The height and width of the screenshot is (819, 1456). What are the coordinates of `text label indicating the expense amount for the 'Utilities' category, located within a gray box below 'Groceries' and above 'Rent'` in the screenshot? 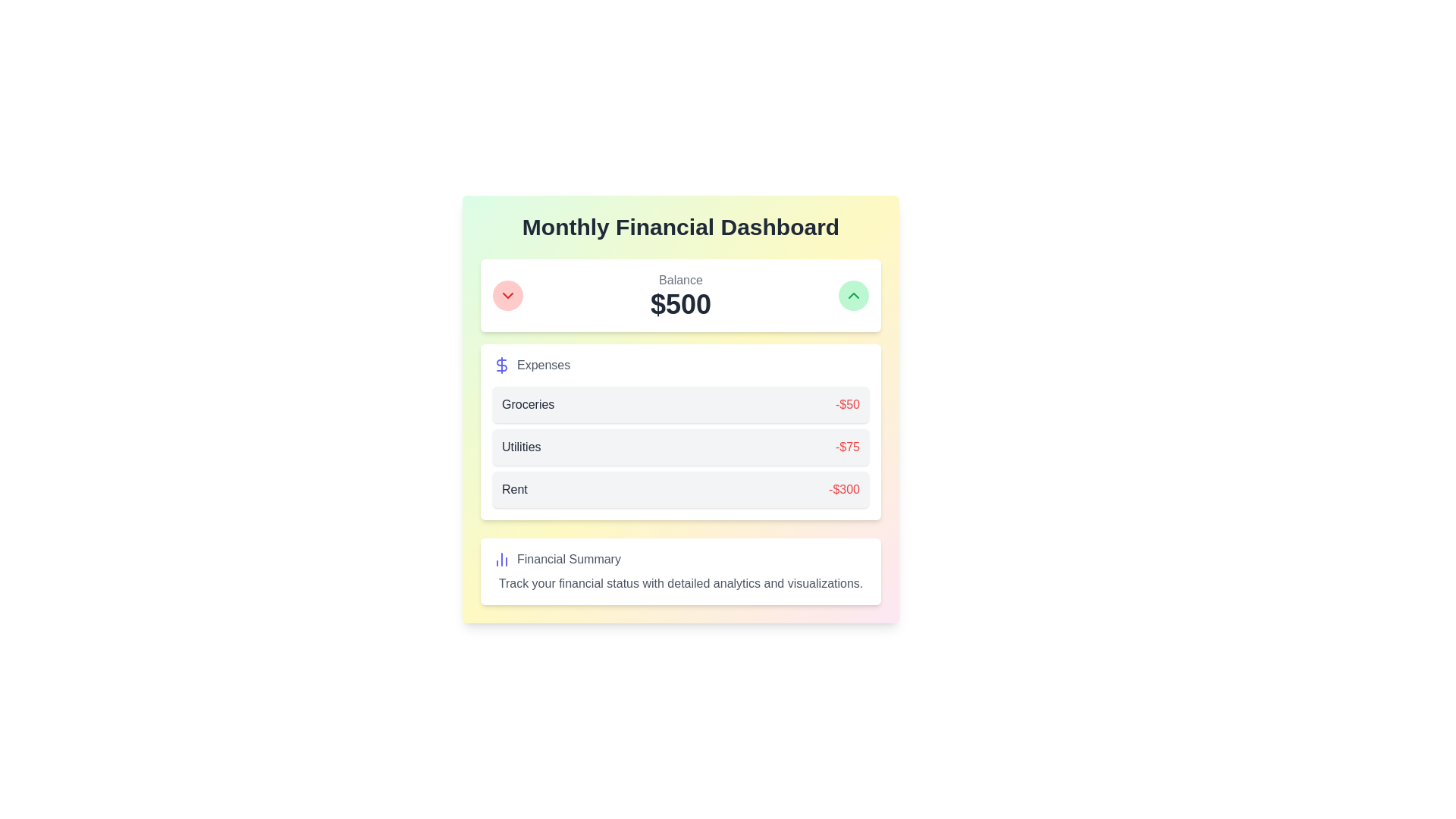 It's located at (847, 447).